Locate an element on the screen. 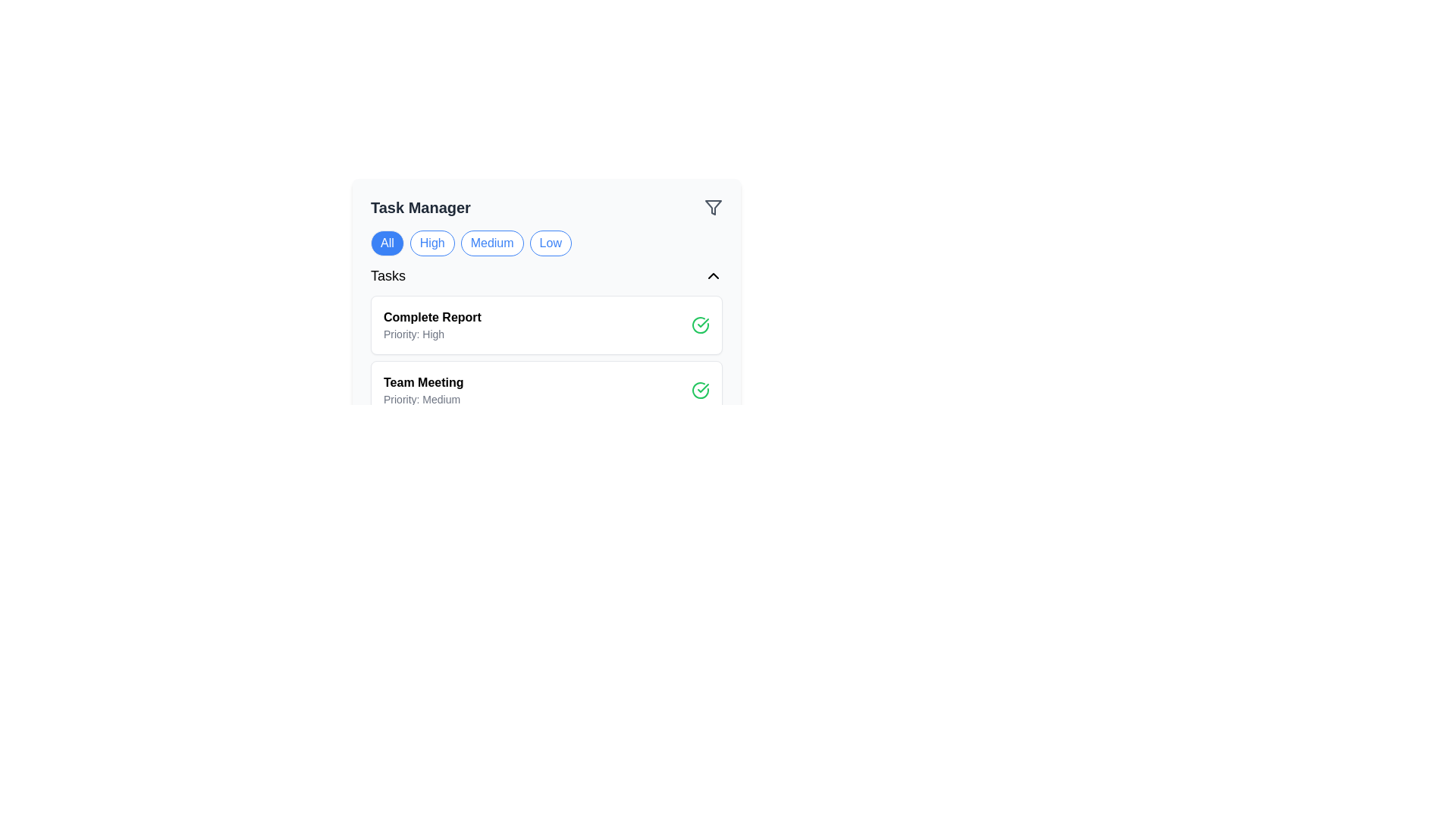 The image size is (1456, 819). the 'Complete Report' task card, which is the first card in the 'Tasks' section is located at coordinates (546, 341).